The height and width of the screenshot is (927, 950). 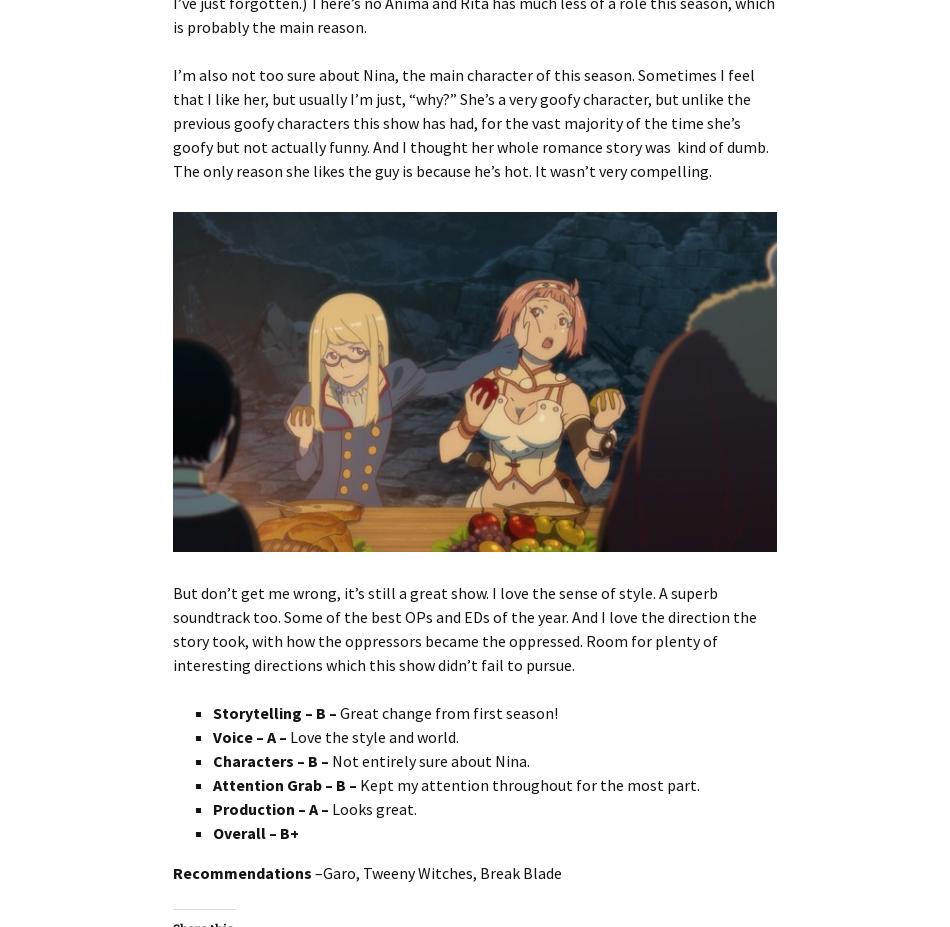 What do you see at coordinates (331, 758) in the screenshot?
I see `'Not entirely sure about Nina.'` at bounding box center [331, 758].